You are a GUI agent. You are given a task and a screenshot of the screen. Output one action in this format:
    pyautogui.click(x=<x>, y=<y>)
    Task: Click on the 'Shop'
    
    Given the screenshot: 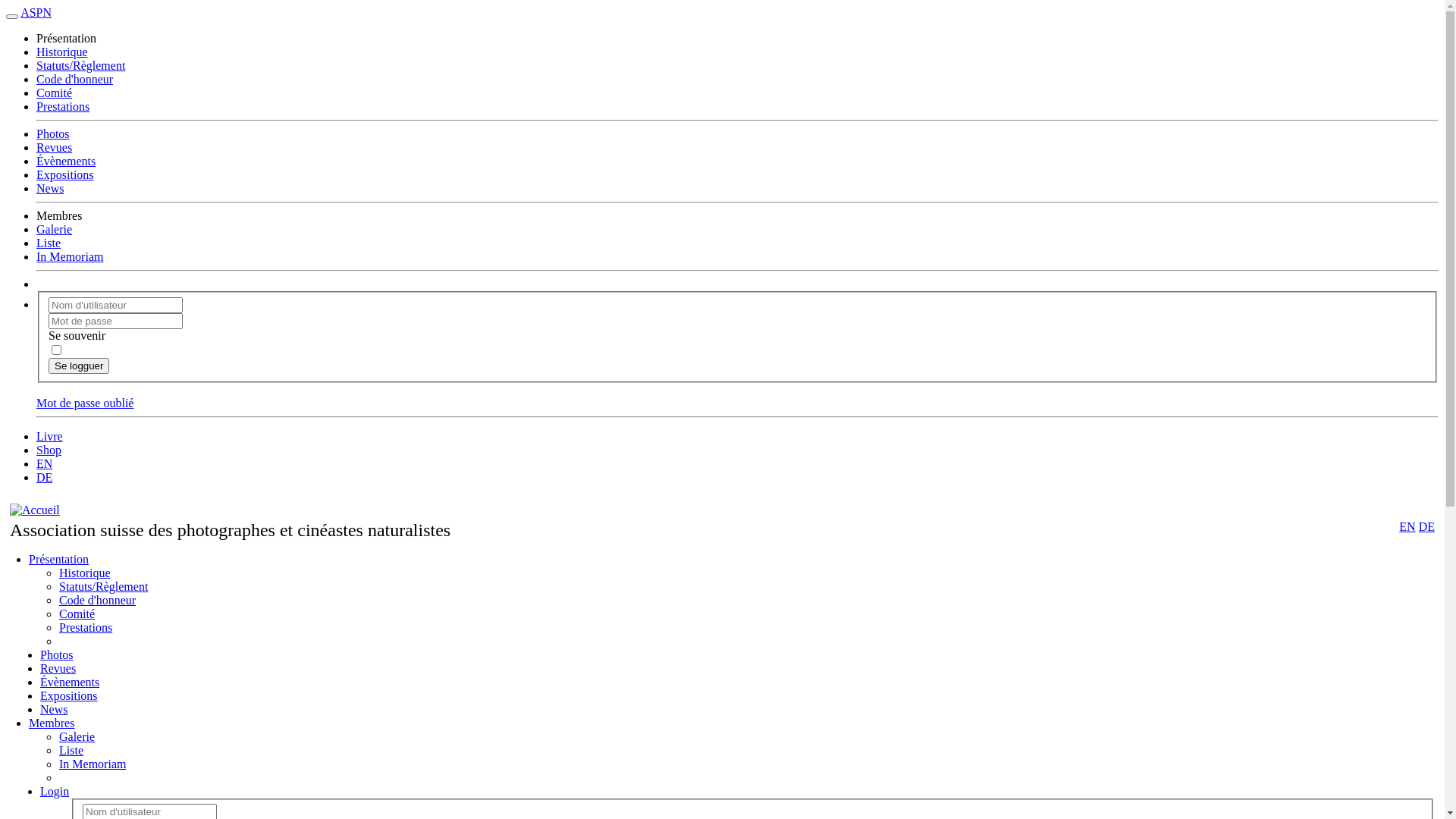 What is the action you would take?
    pyautogui.click(x=49, y=449)
    